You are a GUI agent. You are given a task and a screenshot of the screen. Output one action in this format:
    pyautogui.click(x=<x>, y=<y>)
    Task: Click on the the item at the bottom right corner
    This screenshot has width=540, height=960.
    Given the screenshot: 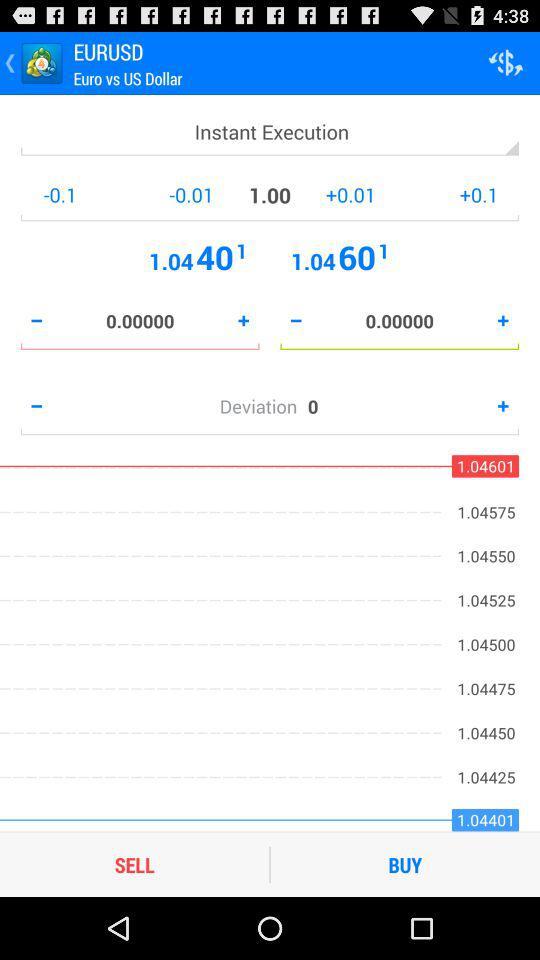 What is the action you would take?
    pyautogui.click(x=405, y=863)
    